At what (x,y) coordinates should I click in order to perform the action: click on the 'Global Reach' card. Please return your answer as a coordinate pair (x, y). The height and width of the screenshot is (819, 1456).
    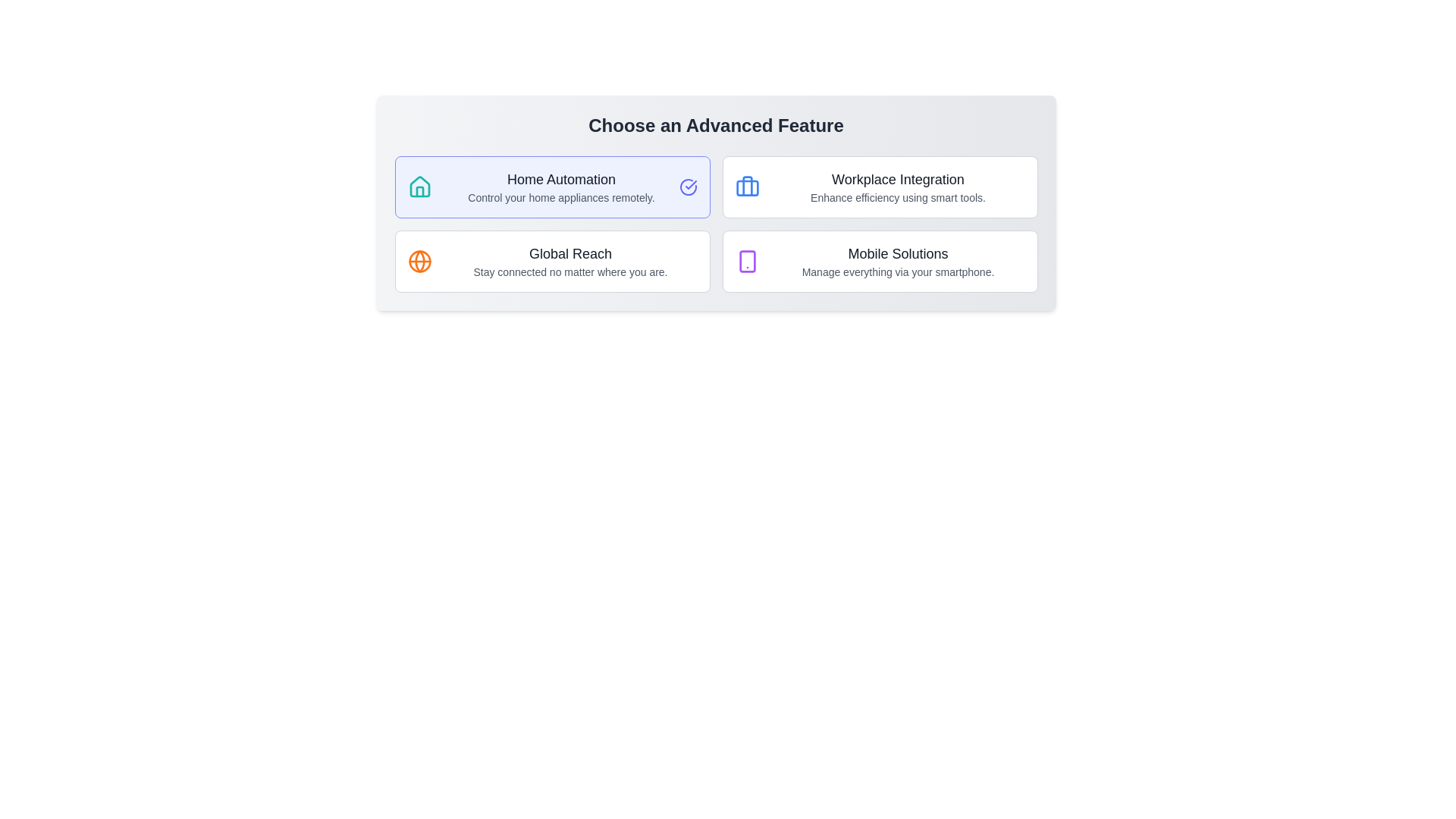
    Looking at the image, I should click on (551, 260).